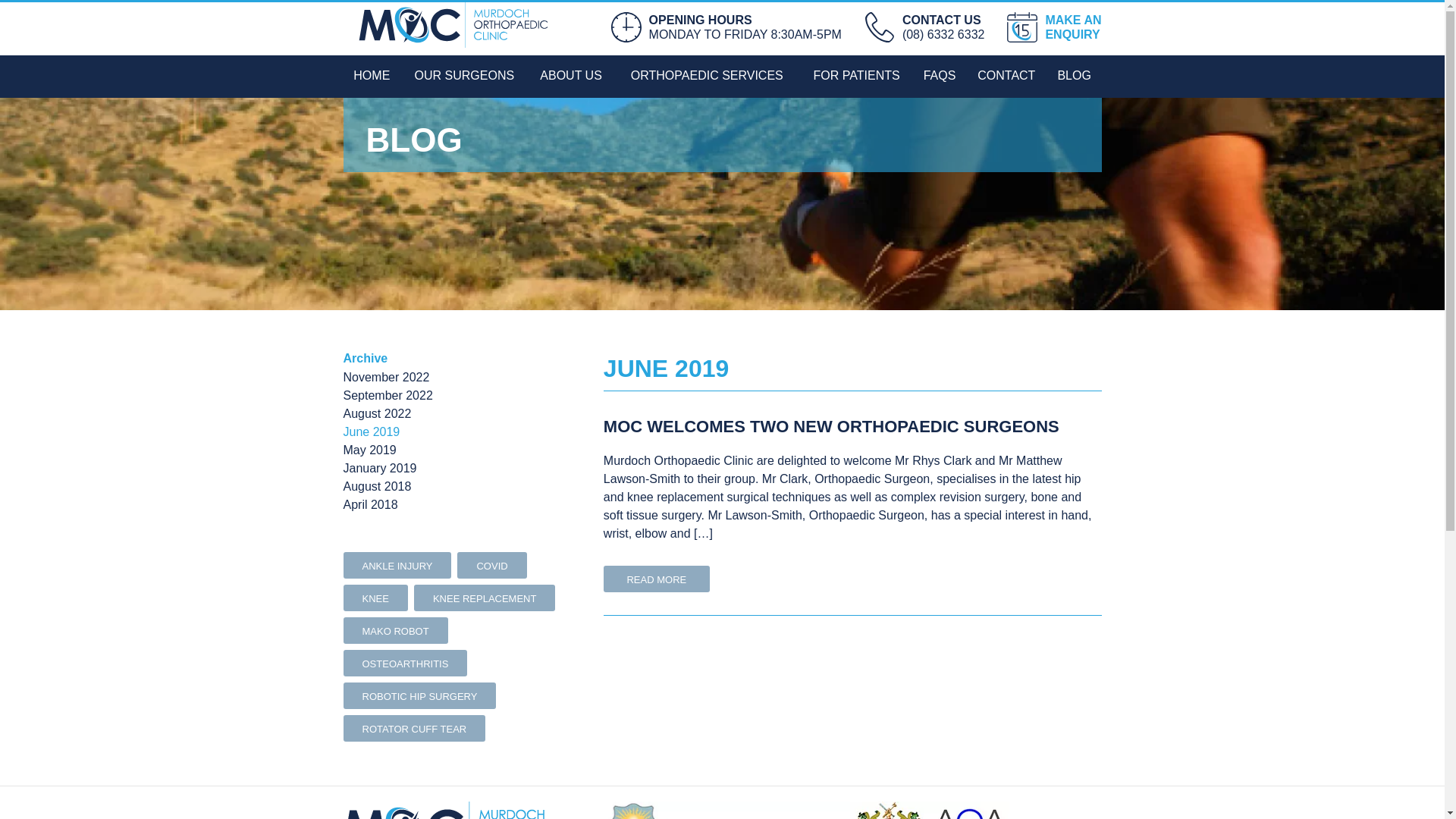  I want to click on 'OUR SURGEONS', so click(463, 76).